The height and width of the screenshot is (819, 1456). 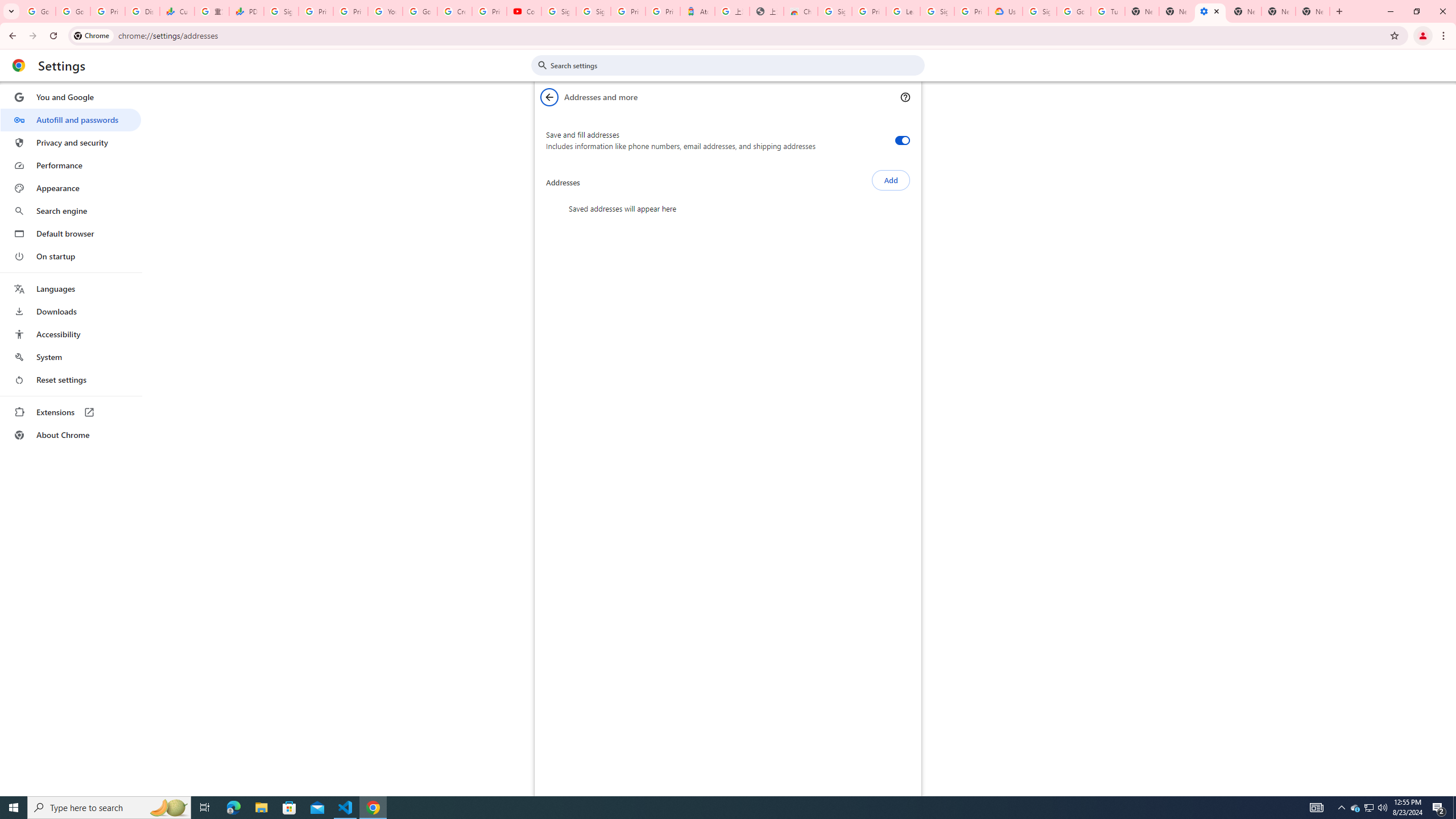 I want to click on 'Search engine', so click(x=70, y=211).